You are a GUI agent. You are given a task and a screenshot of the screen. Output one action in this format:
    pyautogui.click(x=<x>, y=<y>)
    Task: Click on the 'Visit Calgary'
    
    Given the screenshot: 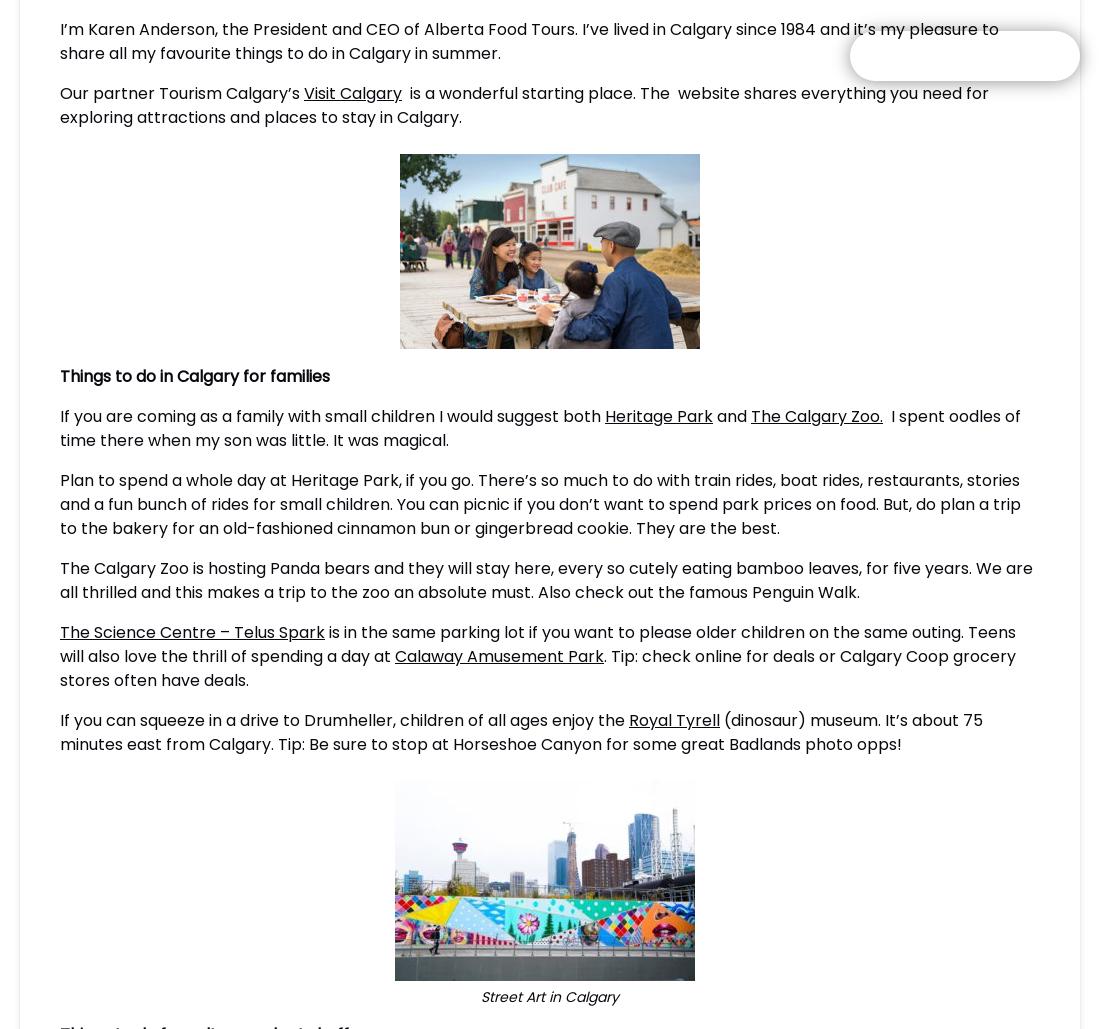 What is the action you would take?
    pyautogui.click(x=352, y=92)
    